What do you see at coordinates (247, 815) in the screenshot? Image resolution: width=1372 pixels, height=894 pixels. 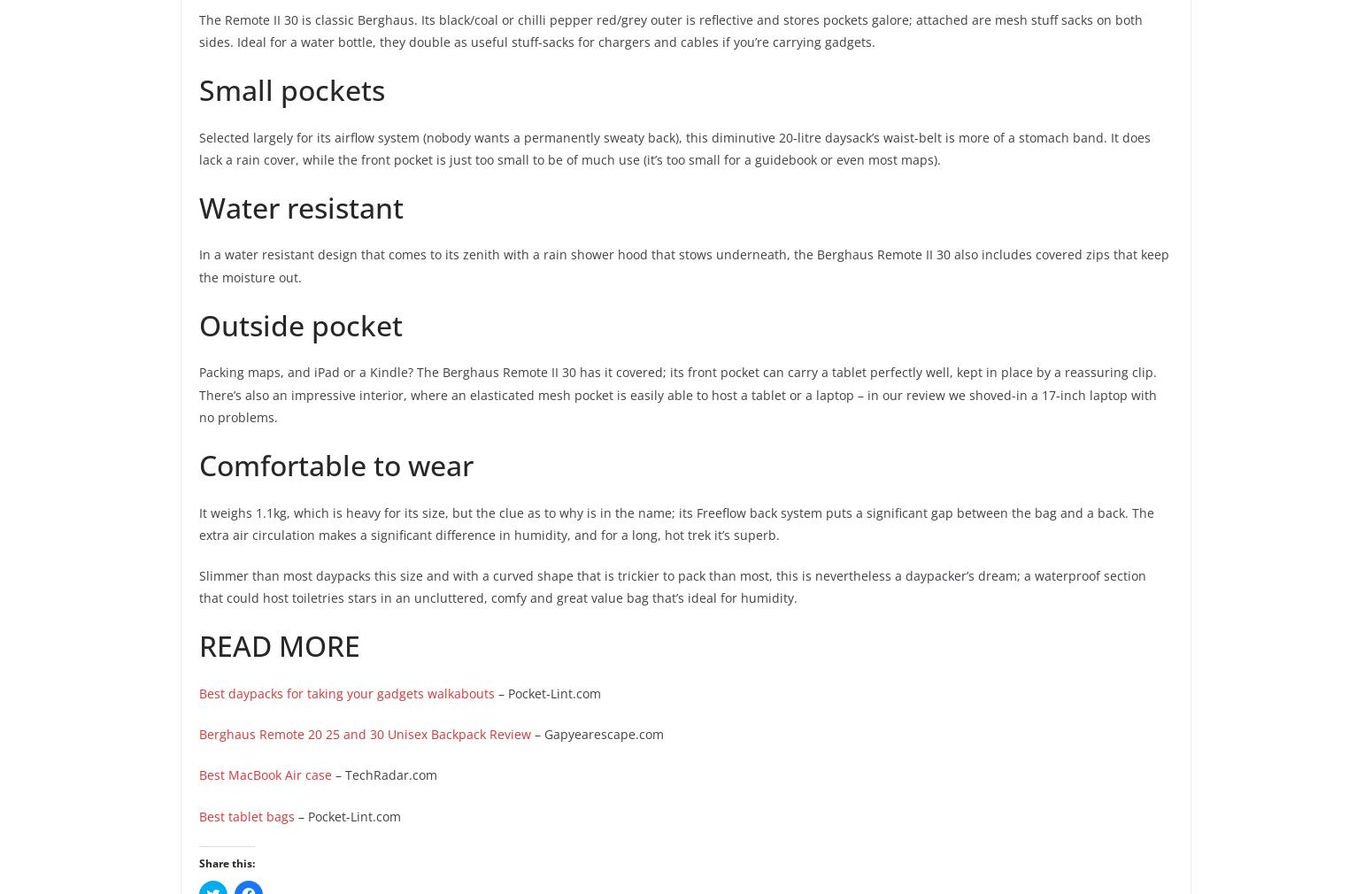 I see `'Best tablet bags'` at bounding box center [247, 815].